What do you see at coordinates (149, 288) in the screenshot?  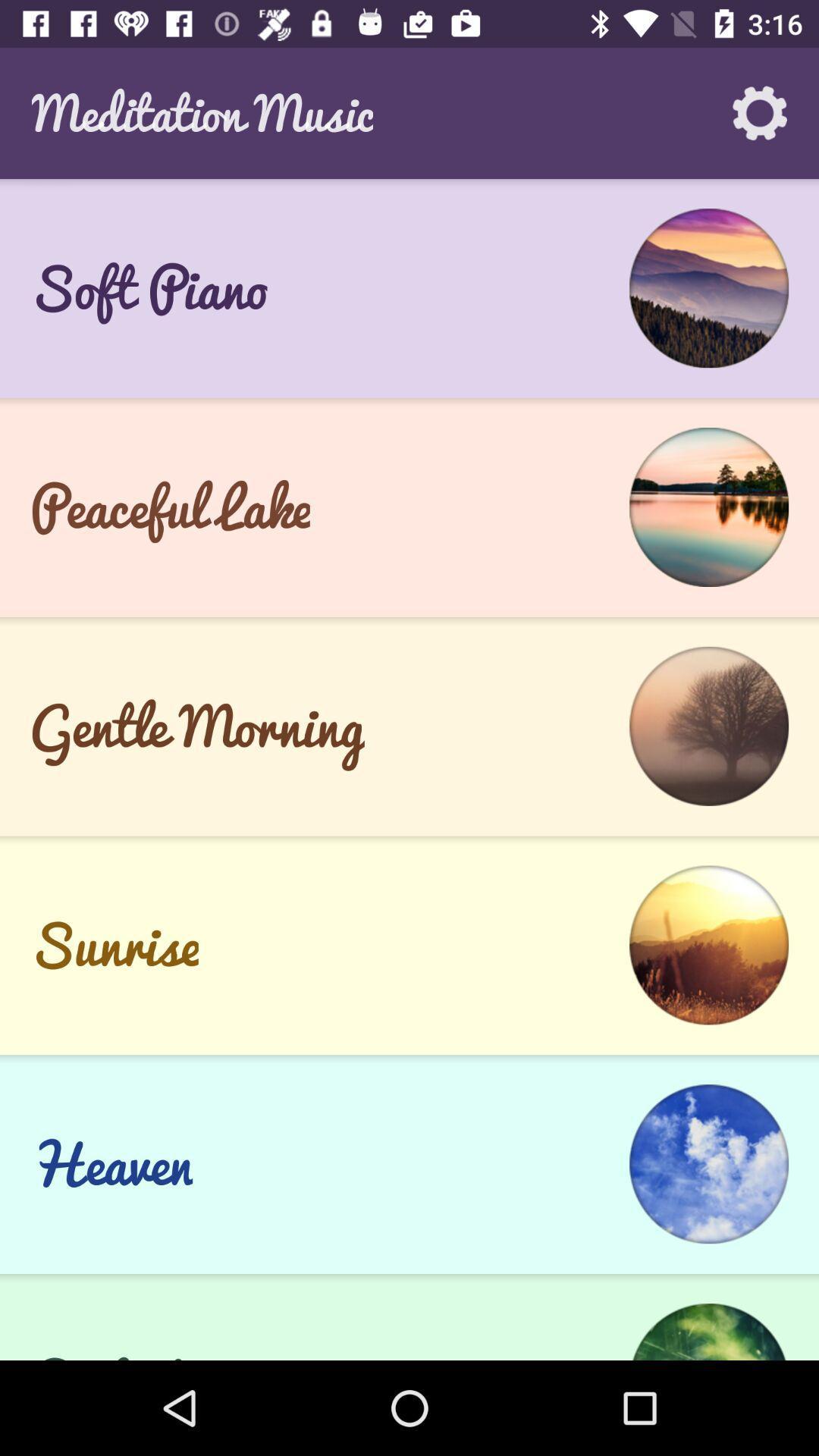 I see `soft piano icon` at bounding box center [149, 288].